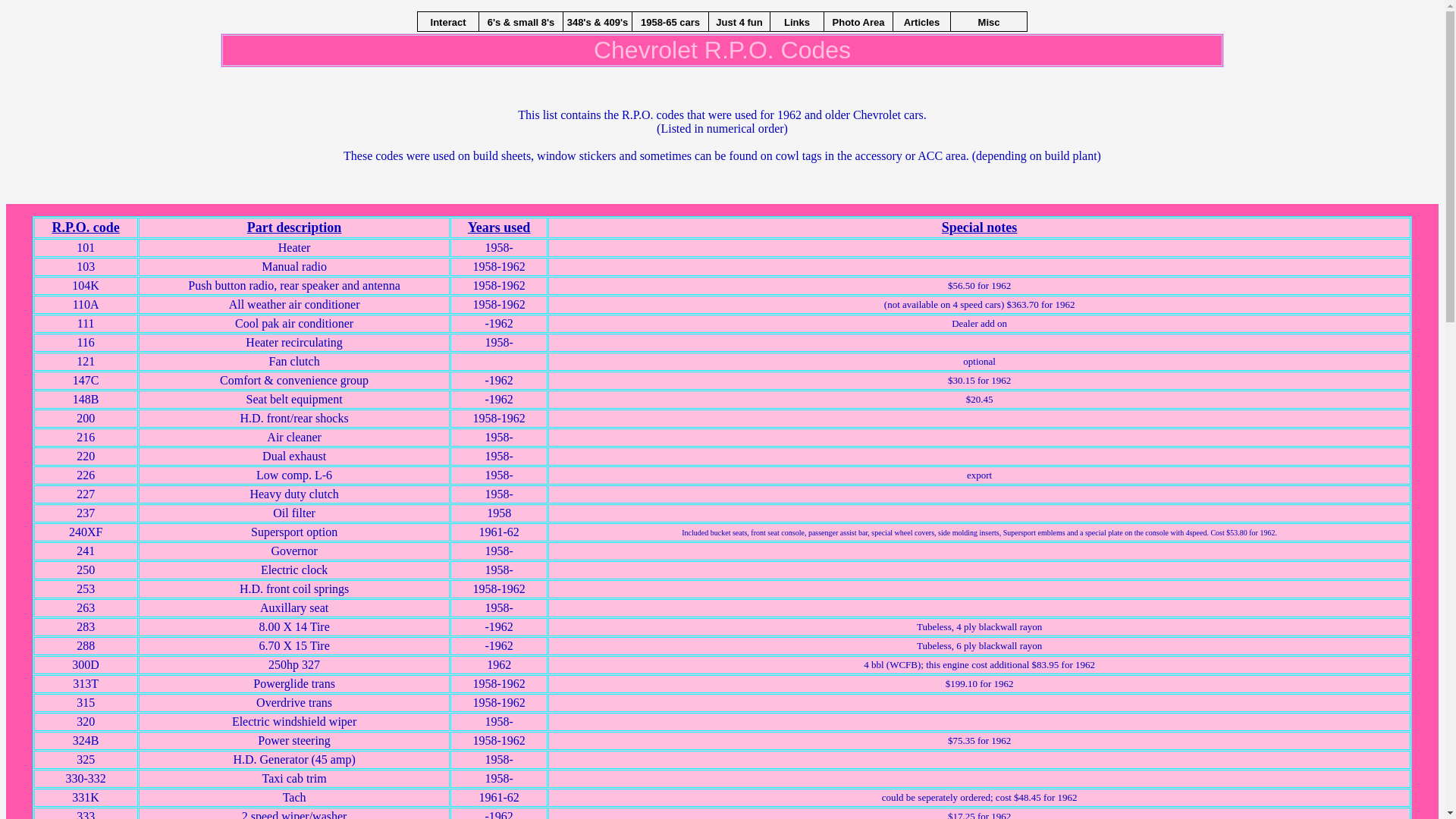 The height and width of the screenshot is (819, 1456). I want to click on 'Misc', so click(949, 21).